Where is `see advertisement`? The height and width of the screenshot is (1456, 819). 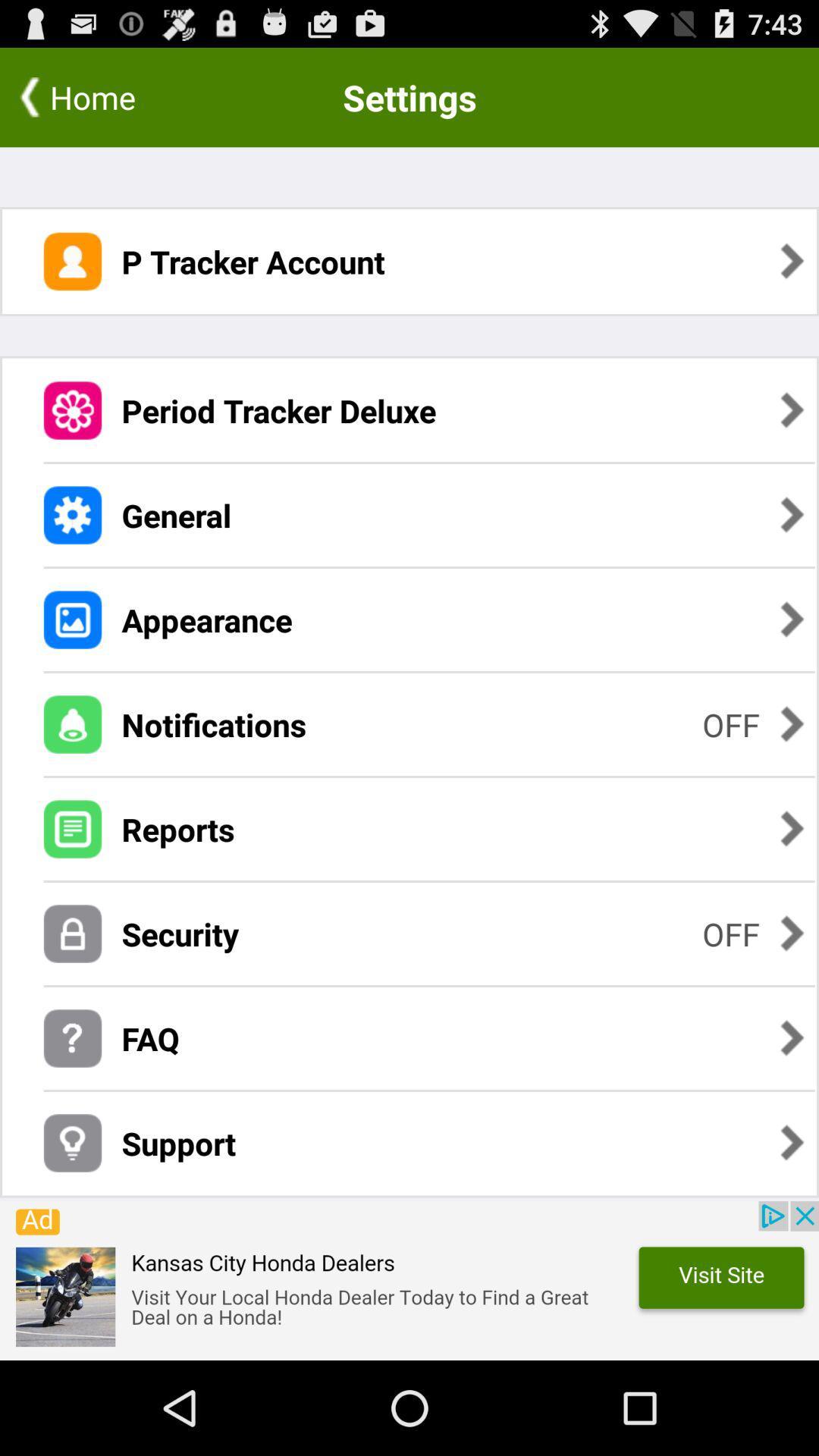 see advertisement is located at coordinates (409, 1280).